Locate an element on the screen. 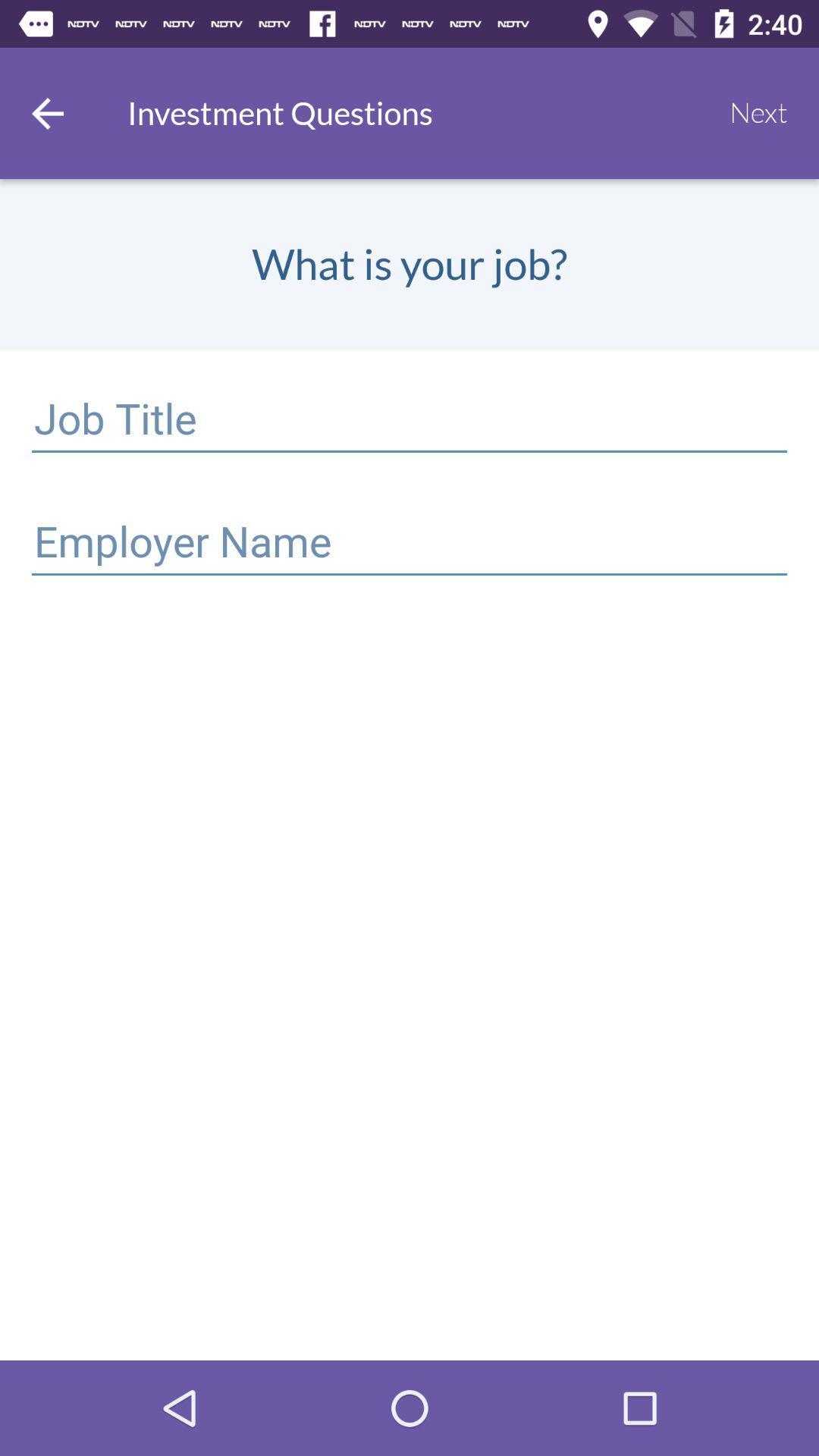 This screenshot has width=819, height=1456. name is located at coordinates (409, 544).